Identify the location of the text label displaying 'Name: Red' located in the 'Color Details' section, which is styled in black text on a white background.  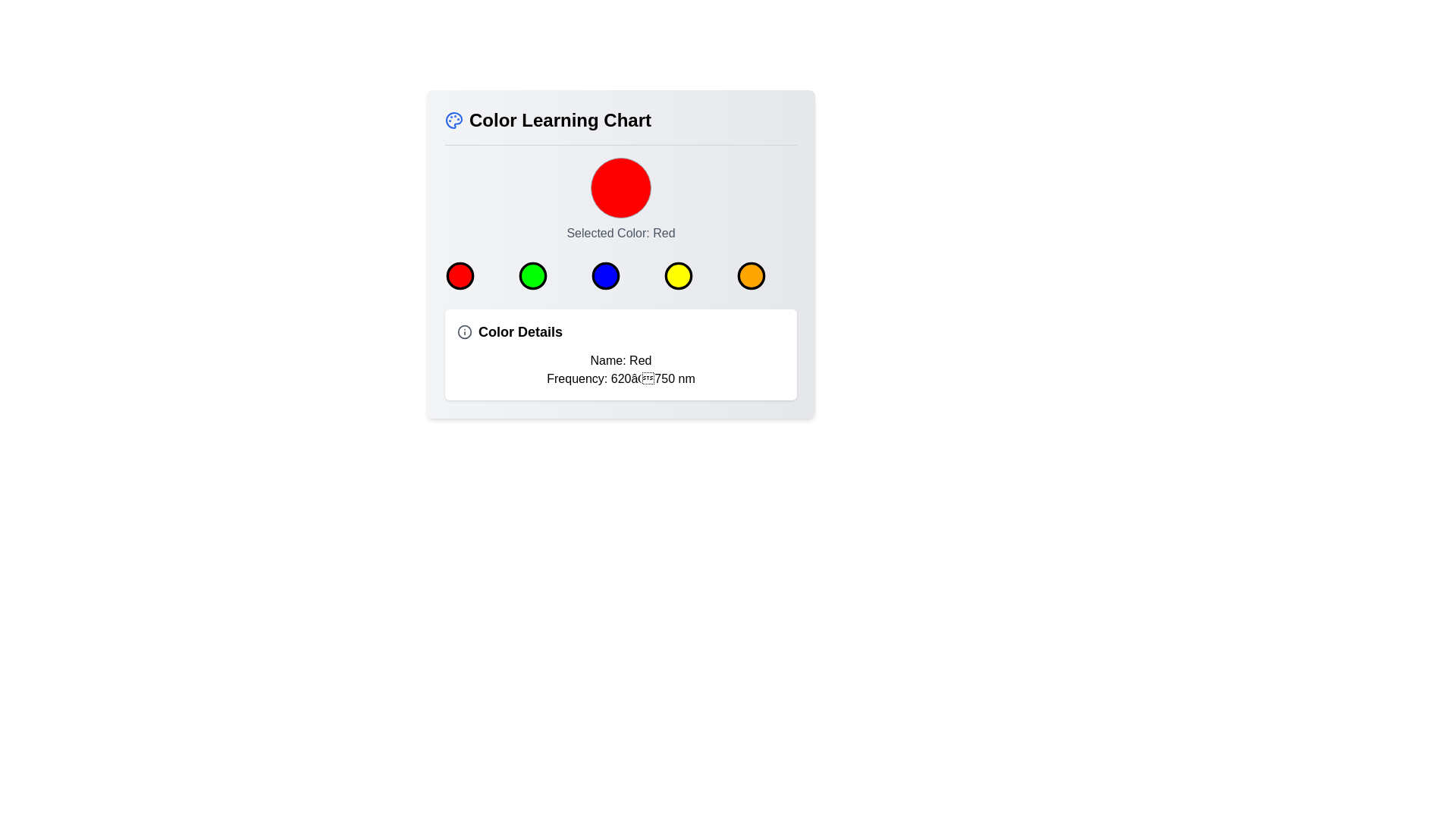
(621, 360).